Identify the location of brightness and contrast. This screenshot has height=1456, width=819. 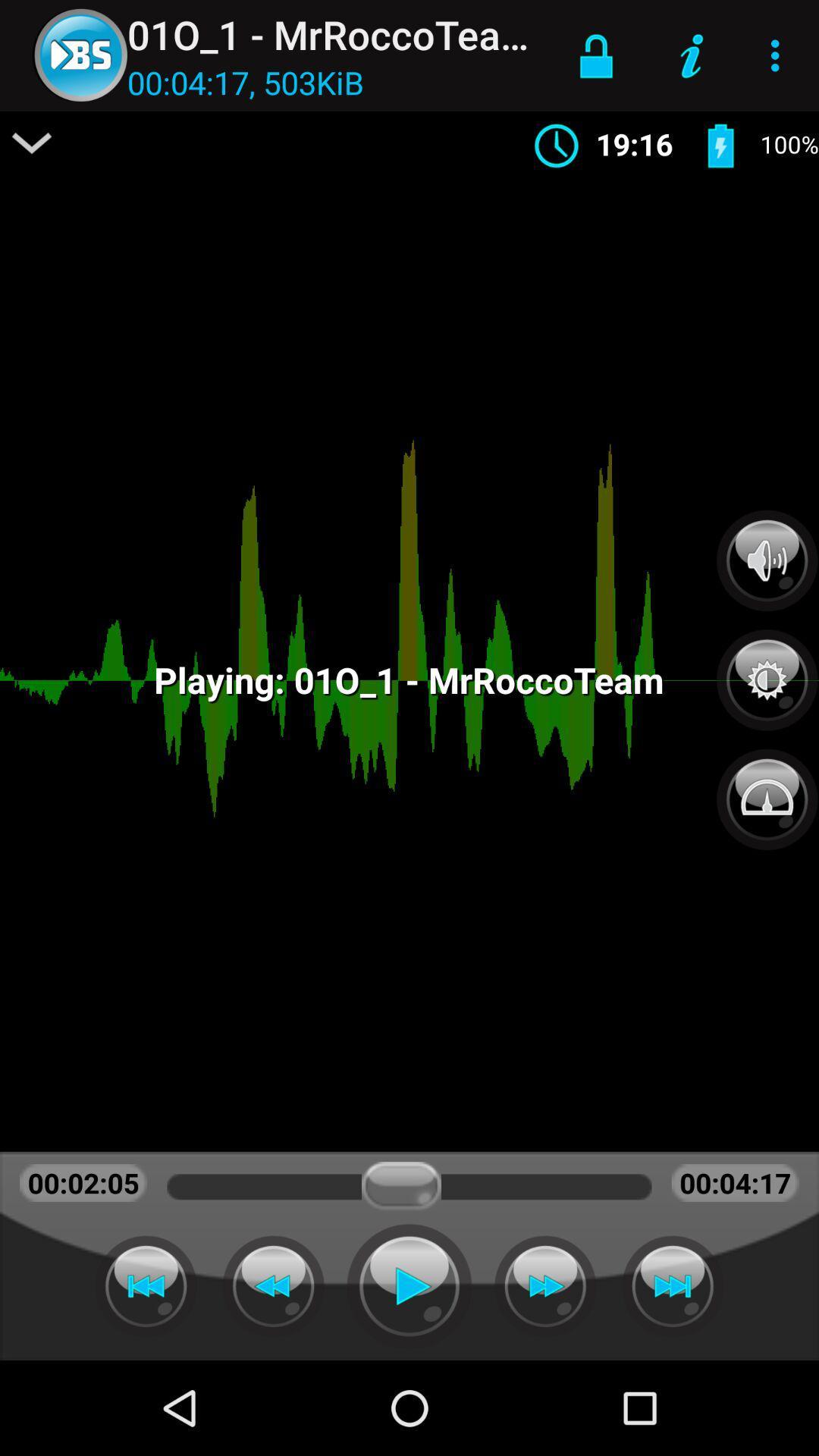
(767, 671).